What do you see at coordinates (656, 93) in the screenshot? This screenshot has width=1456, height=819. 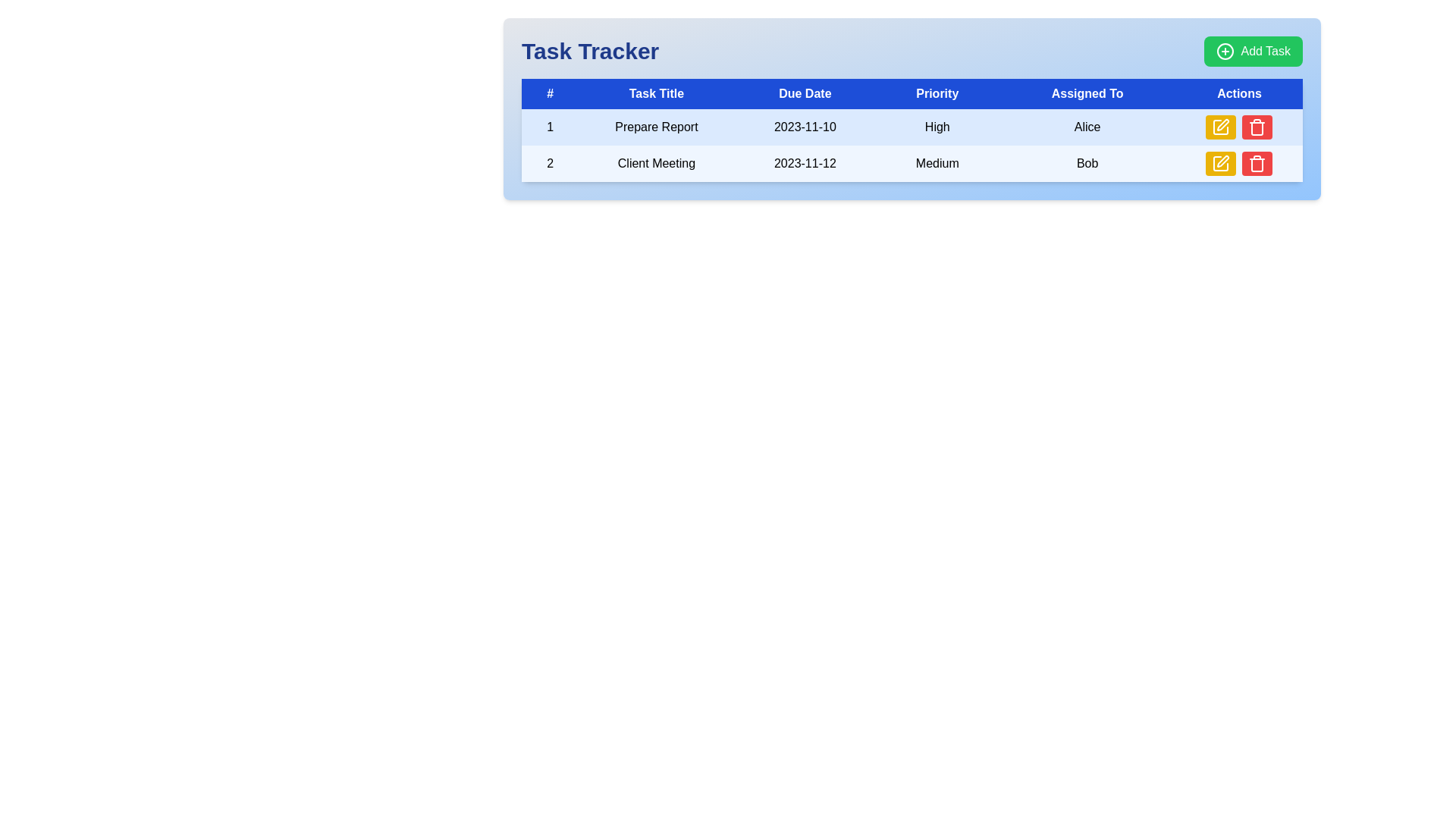 I see `the 'Task Title' column header in the table, which is the second header positioned between '#' and 'Due Date'` at bounding box center [656, 93].